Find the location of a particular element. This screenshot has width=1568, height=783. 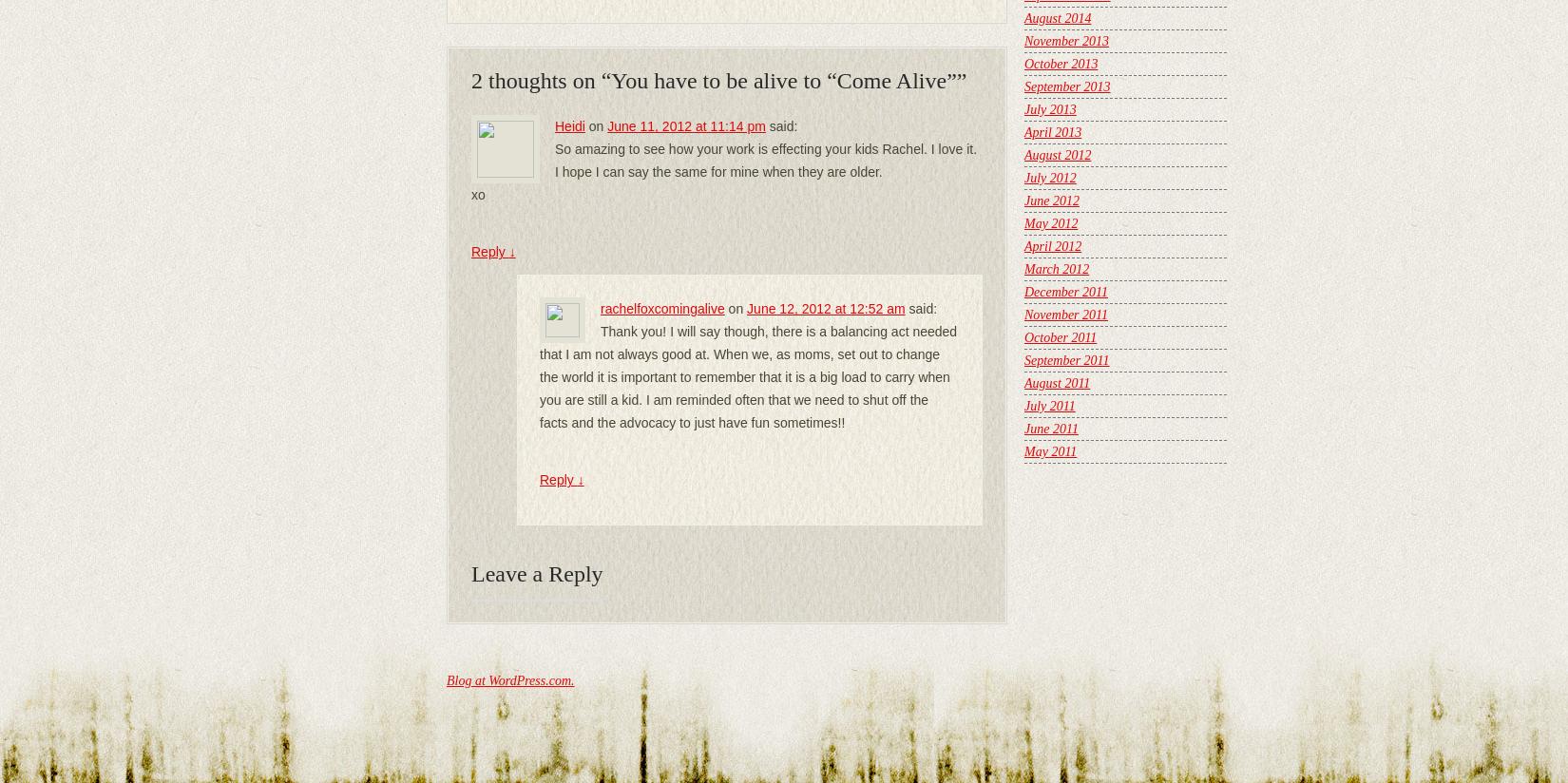

'Leave a Reply' is located at coordinates (535, 573).